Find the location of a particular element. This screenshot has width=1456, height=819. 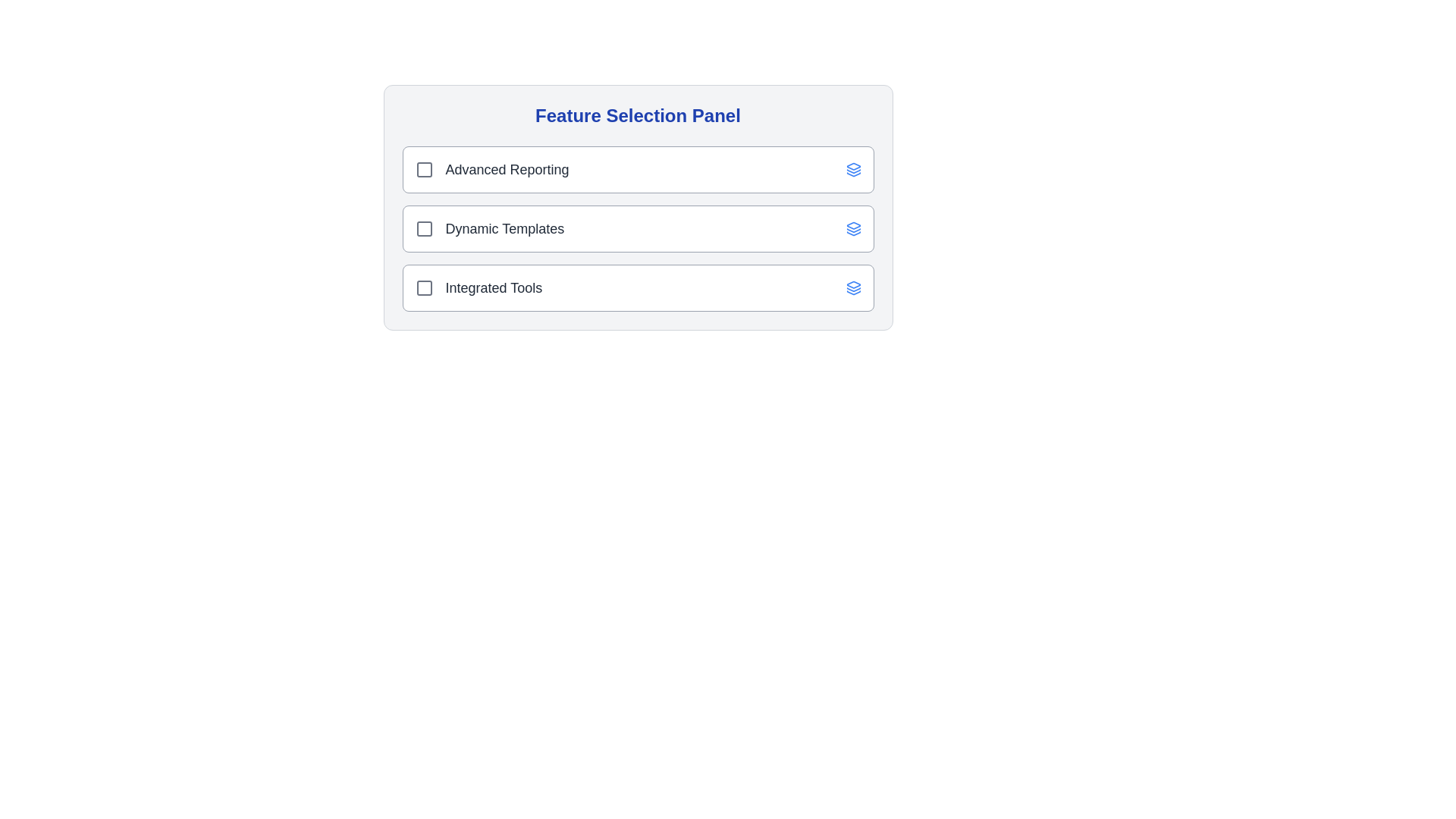

the 'Integrated Tools' option in the 'Feature Selection Panel' is located at coordinates (638, 288).